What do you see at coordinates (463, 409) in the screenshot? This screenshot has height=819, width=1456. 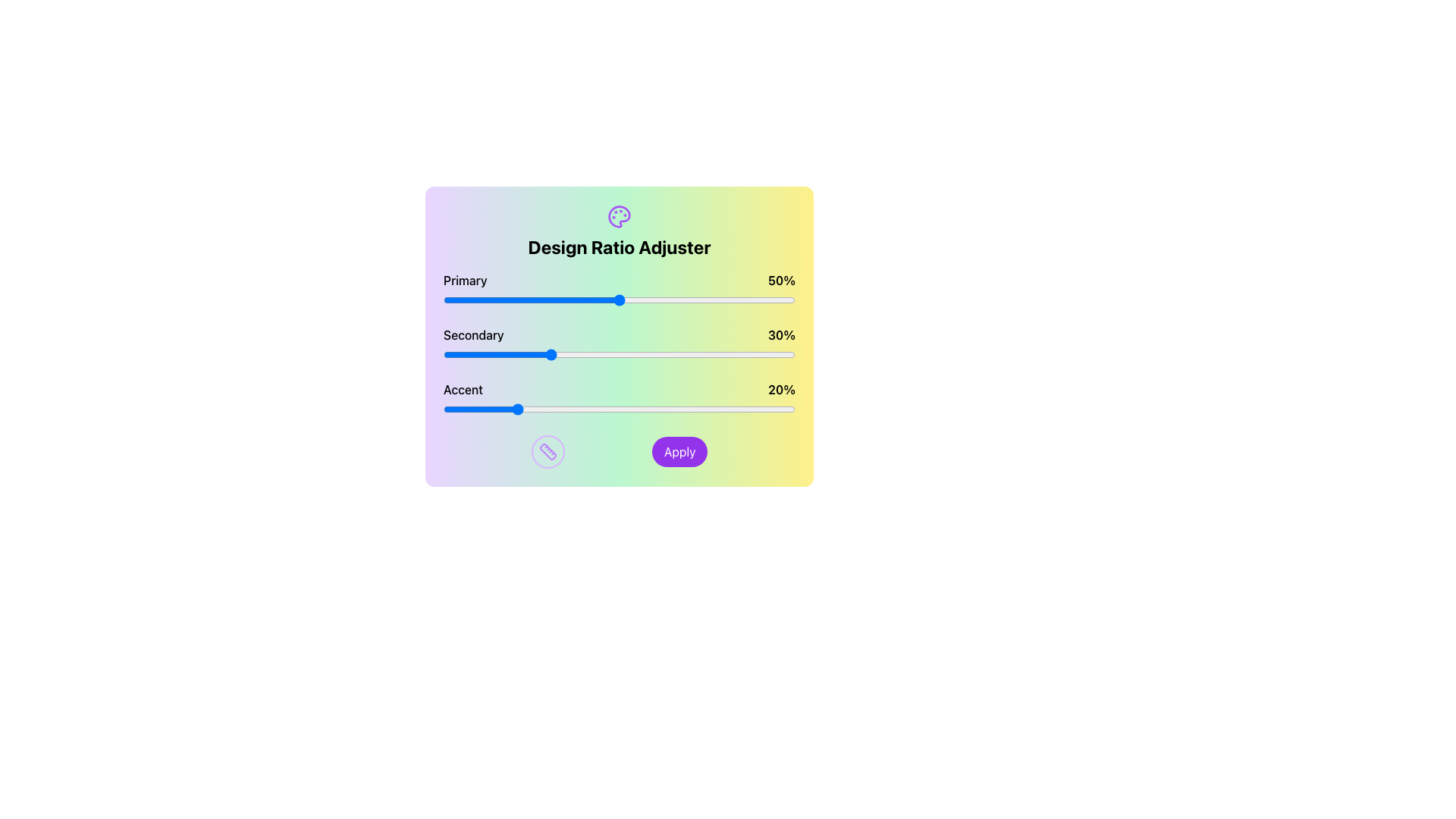 I see `the accent ratio` at bounding box center [463, 409].